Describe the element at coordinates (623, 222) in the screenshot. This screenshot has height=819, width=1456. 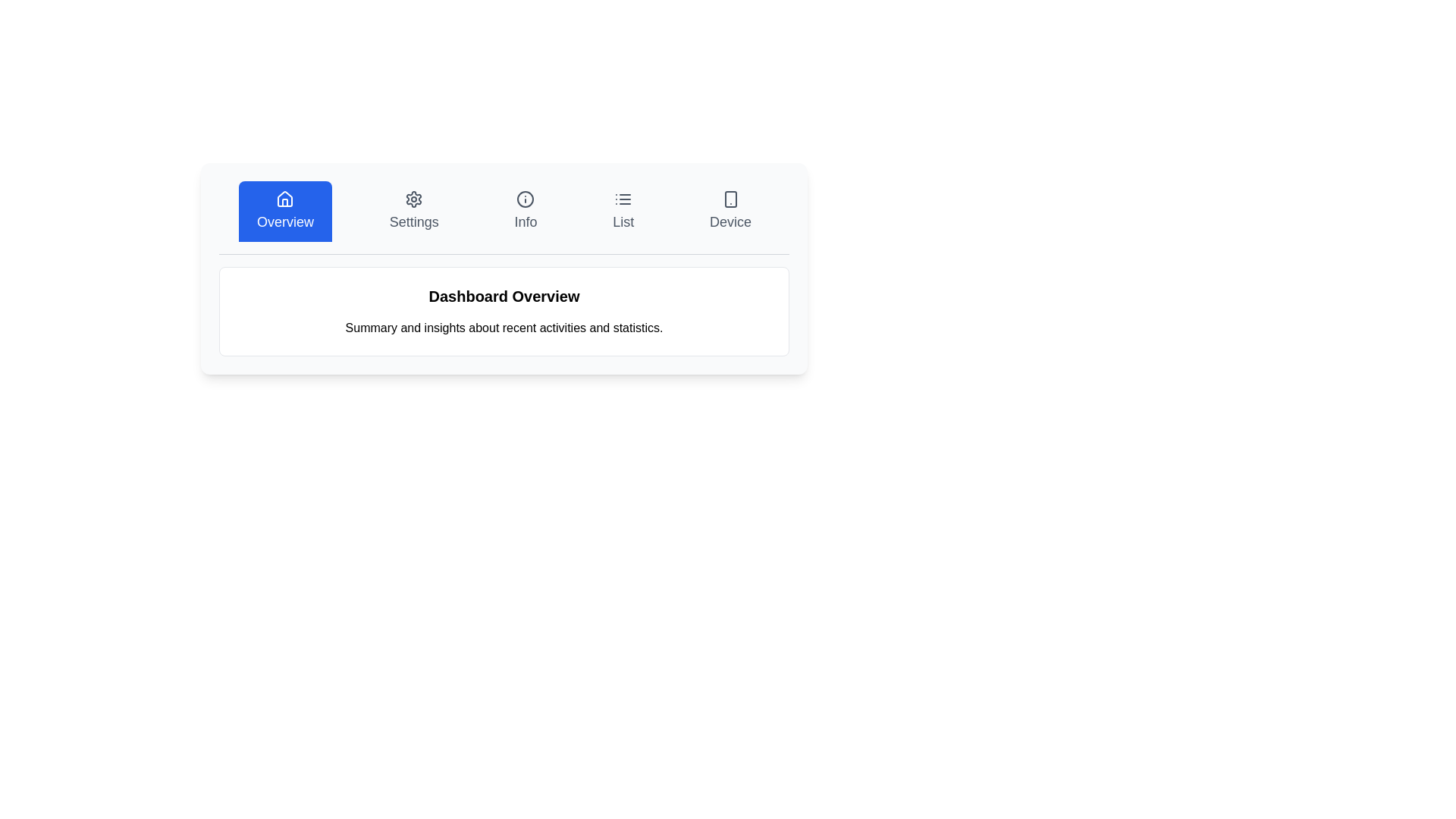
I see `text label that displays 'list', located below the list view icon in the upper-right portion of the interface` at that location.